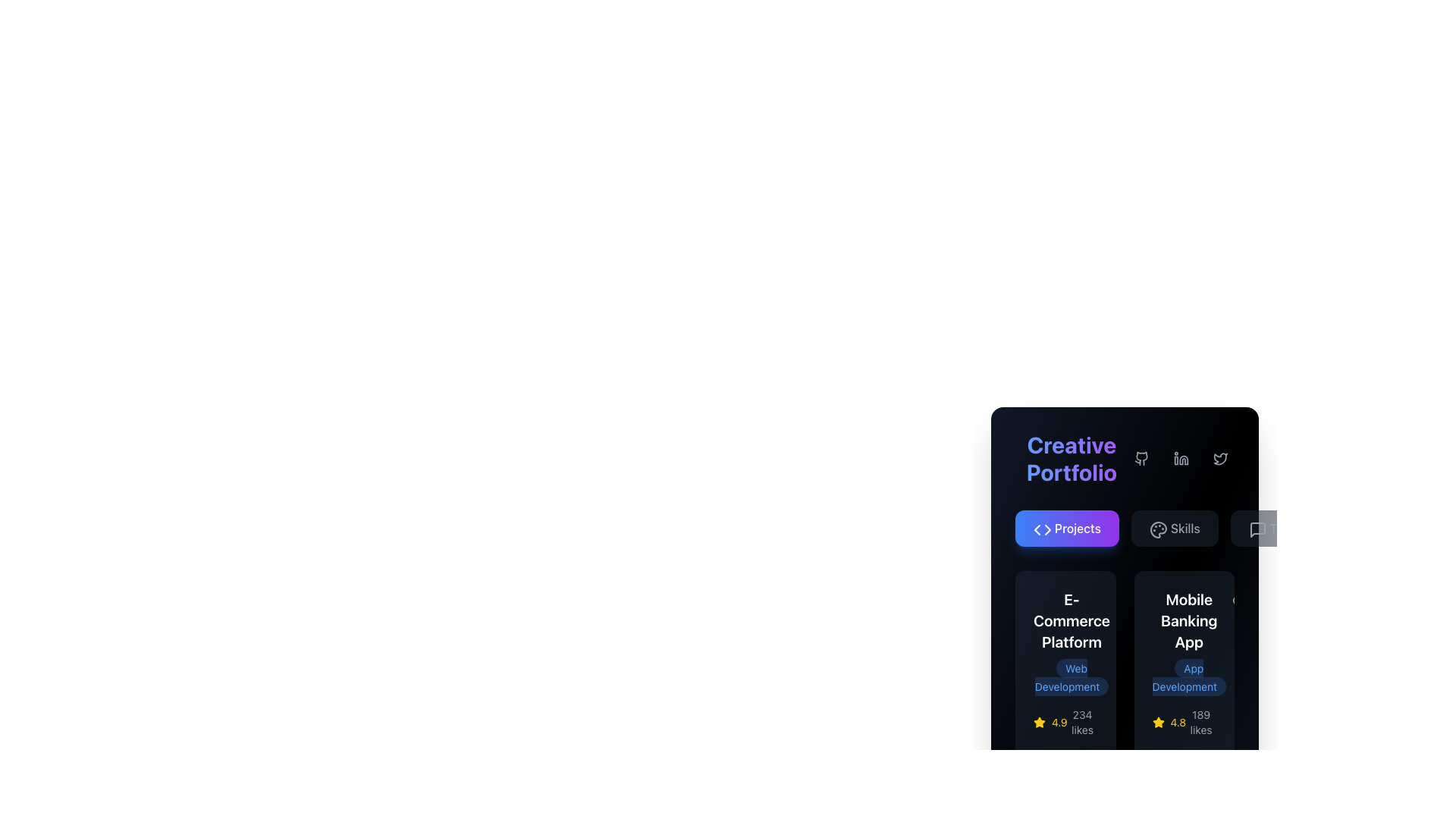 This screenshot has height=819, width=1456. What do you see at coordinates (1294, 528) in the screenshot?
I see `the third button in the navigation bar that navigates to the 'Testimonials' section to provide user feedback` at bounding box center [1294, 528].